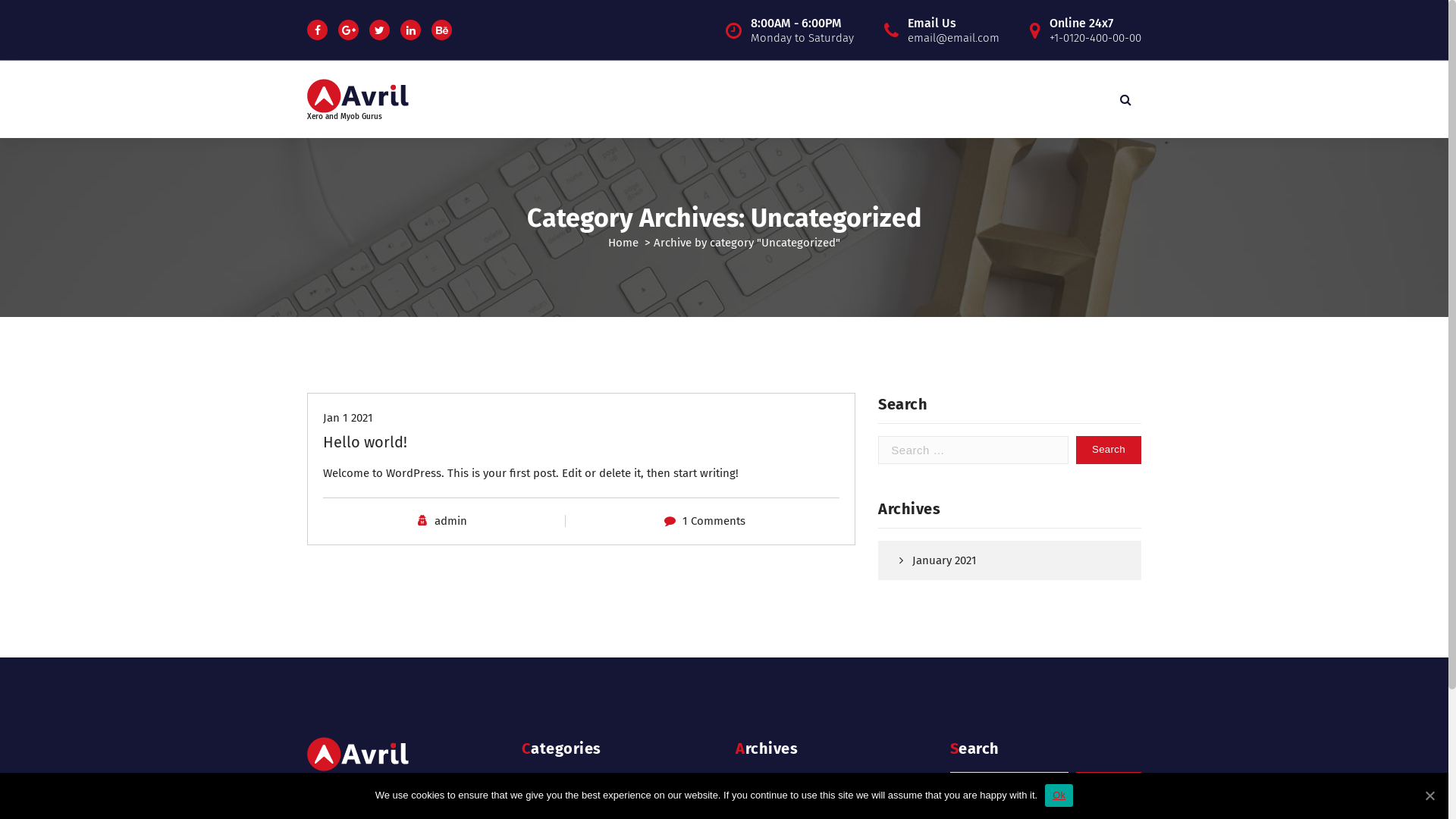 The image size is (1456, 819). Describe the element at coordinates (1004, 560) in the screenshot. I see `'January 2021'` at that location.